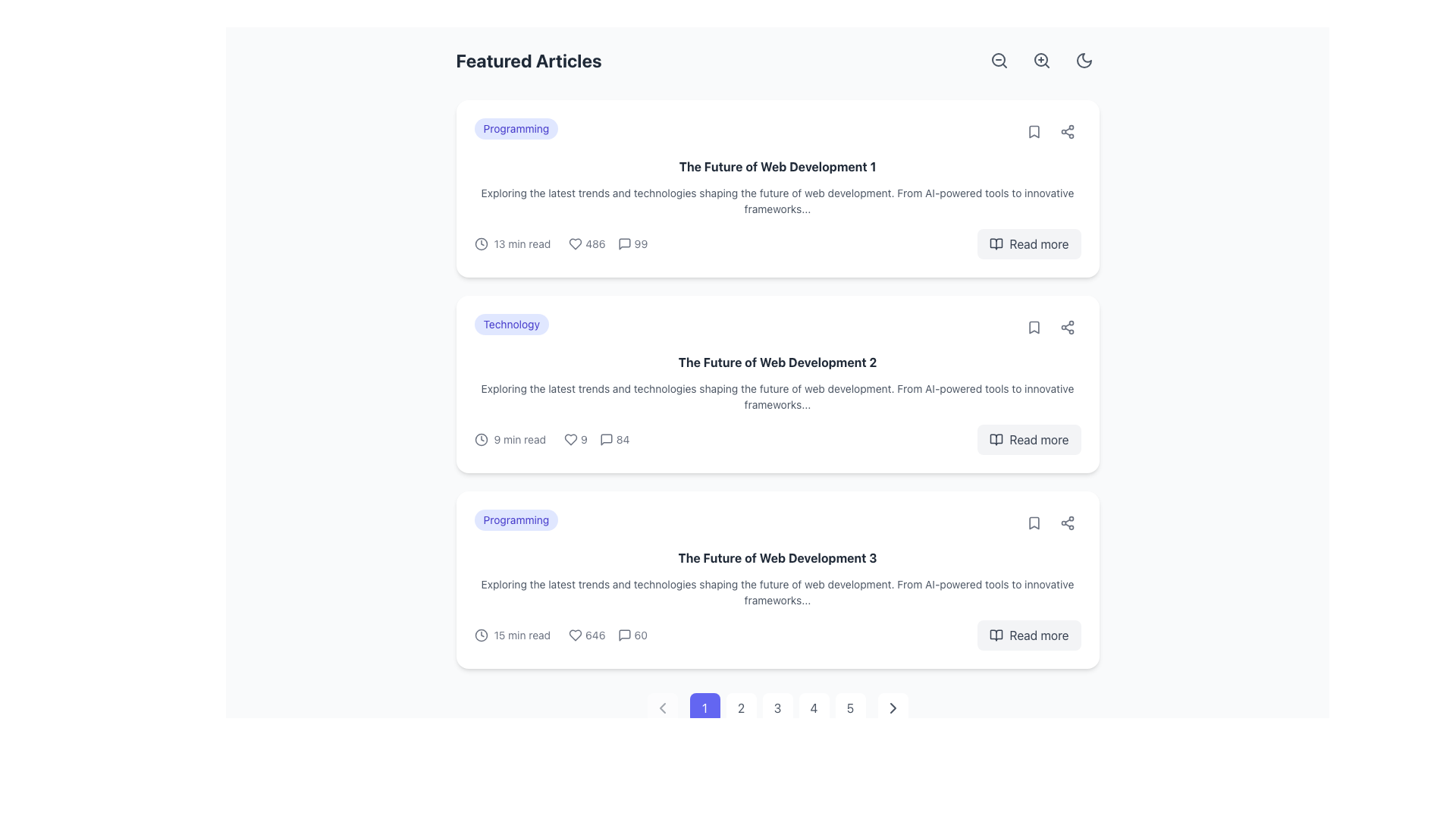 The width and height of the screenshot is (1456, 819). I want to click on the bookmark icon located at the upper right corner of the second article card to bookmark the article, so click(1033, 327).